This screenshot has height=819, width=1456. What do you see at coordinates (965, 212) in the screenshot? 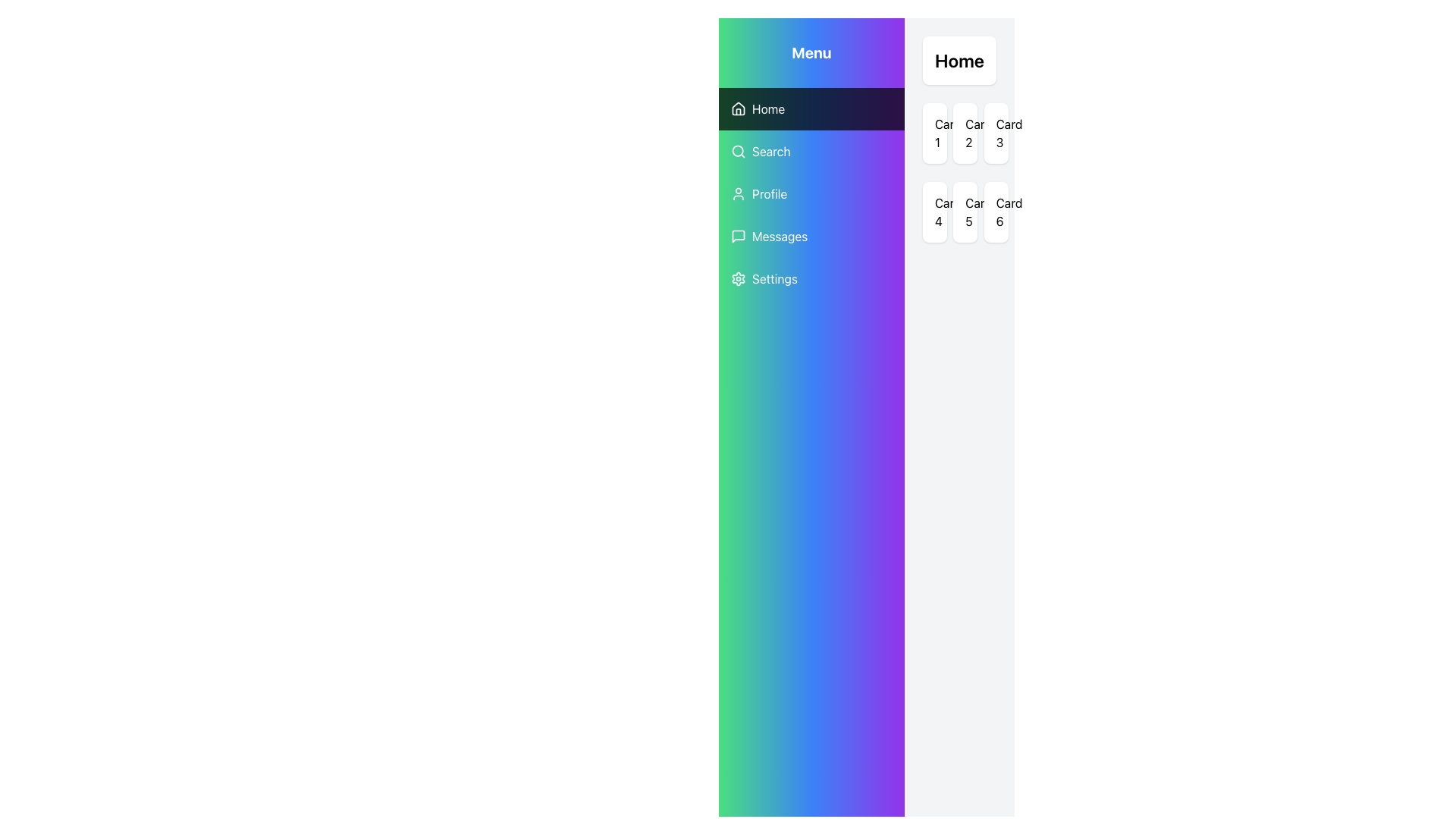
I see `the Card element labeled 'Card 5', which is a rectangular card with rounded corners and a white background located in the second row and second column of a grid layout` at bounding box center [965, 212].